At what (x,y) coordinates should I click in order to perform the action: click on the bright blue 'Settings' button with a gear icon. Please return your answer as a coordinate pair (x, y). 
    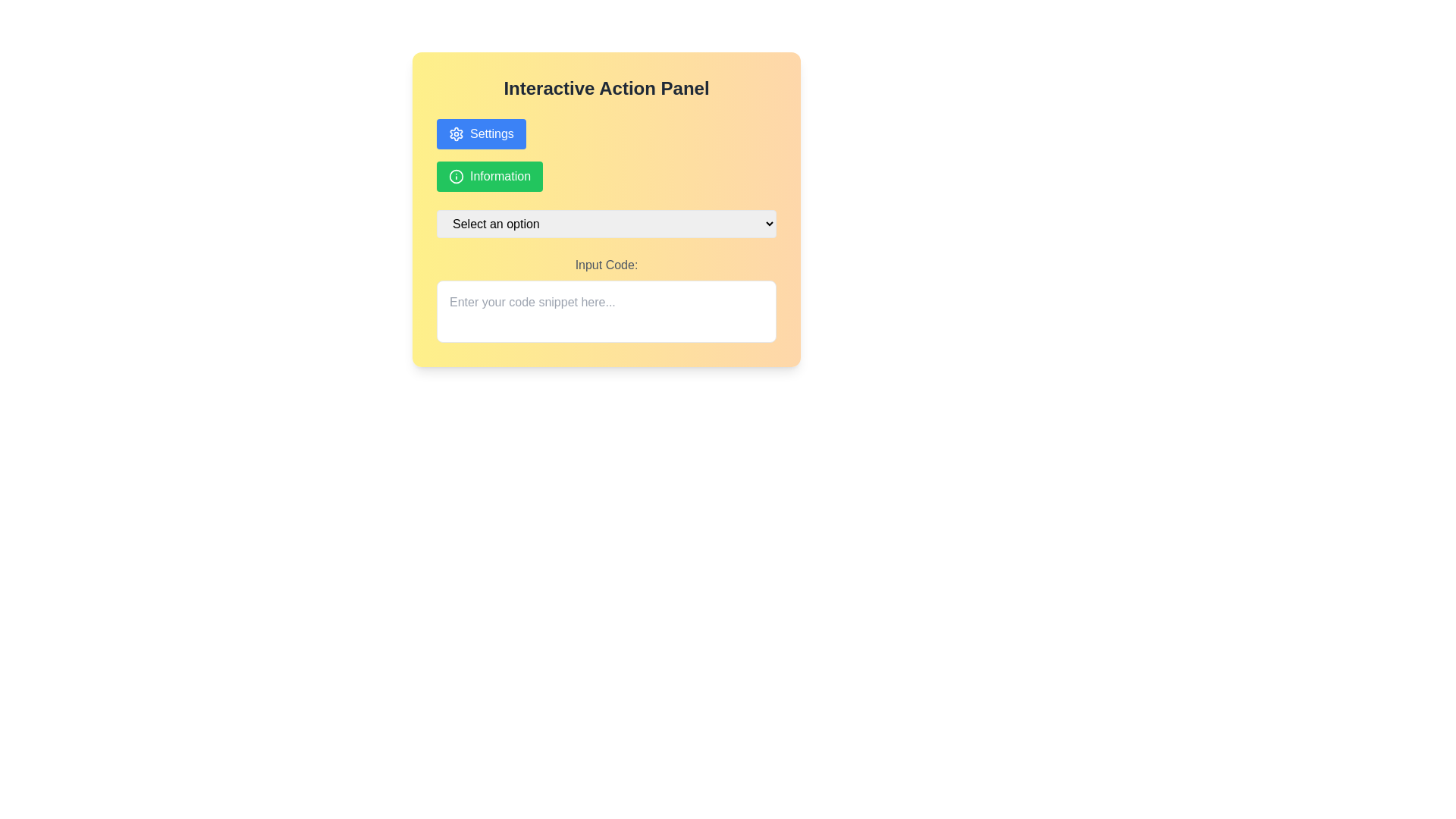
    Looking at the image, I should click on (480, 133).